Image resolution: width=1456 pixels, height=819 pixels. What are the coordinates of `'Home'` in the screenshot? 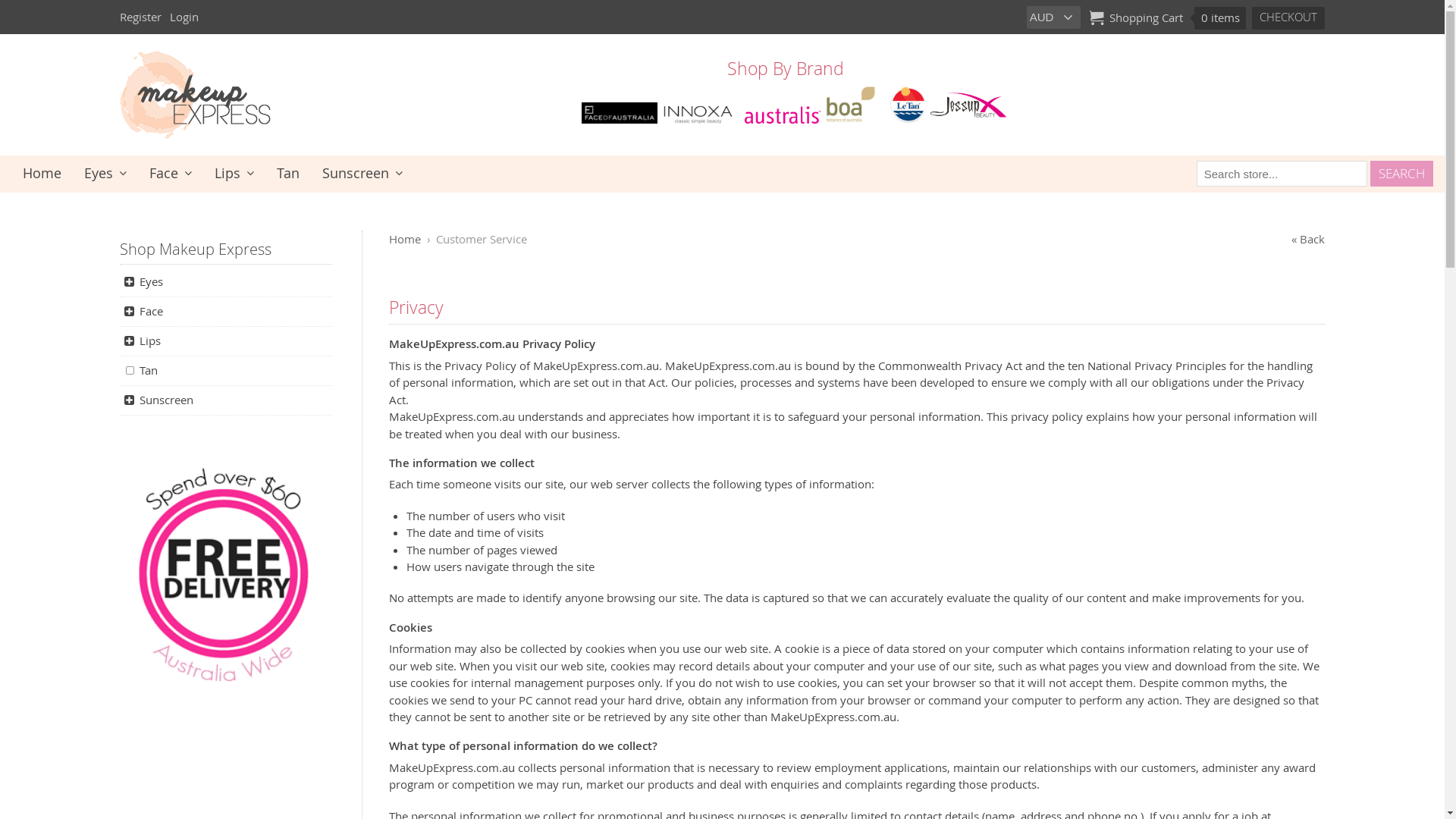 It's located at (389, 237).